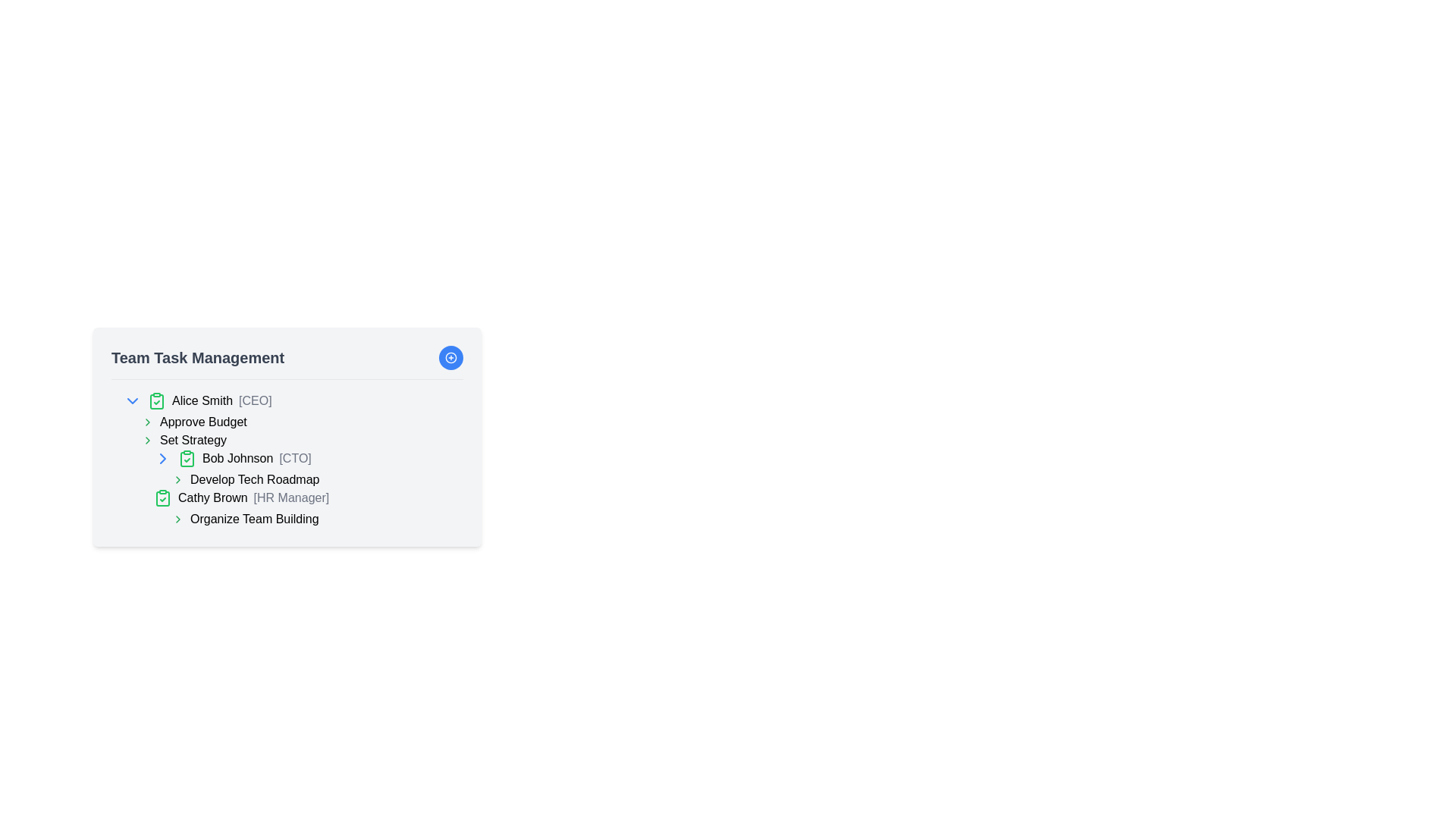 The width and height of the screenshot is (1456, 819). I want to click on the chevron icon next to the 'Organize Team Building' text, so click(316, 519).